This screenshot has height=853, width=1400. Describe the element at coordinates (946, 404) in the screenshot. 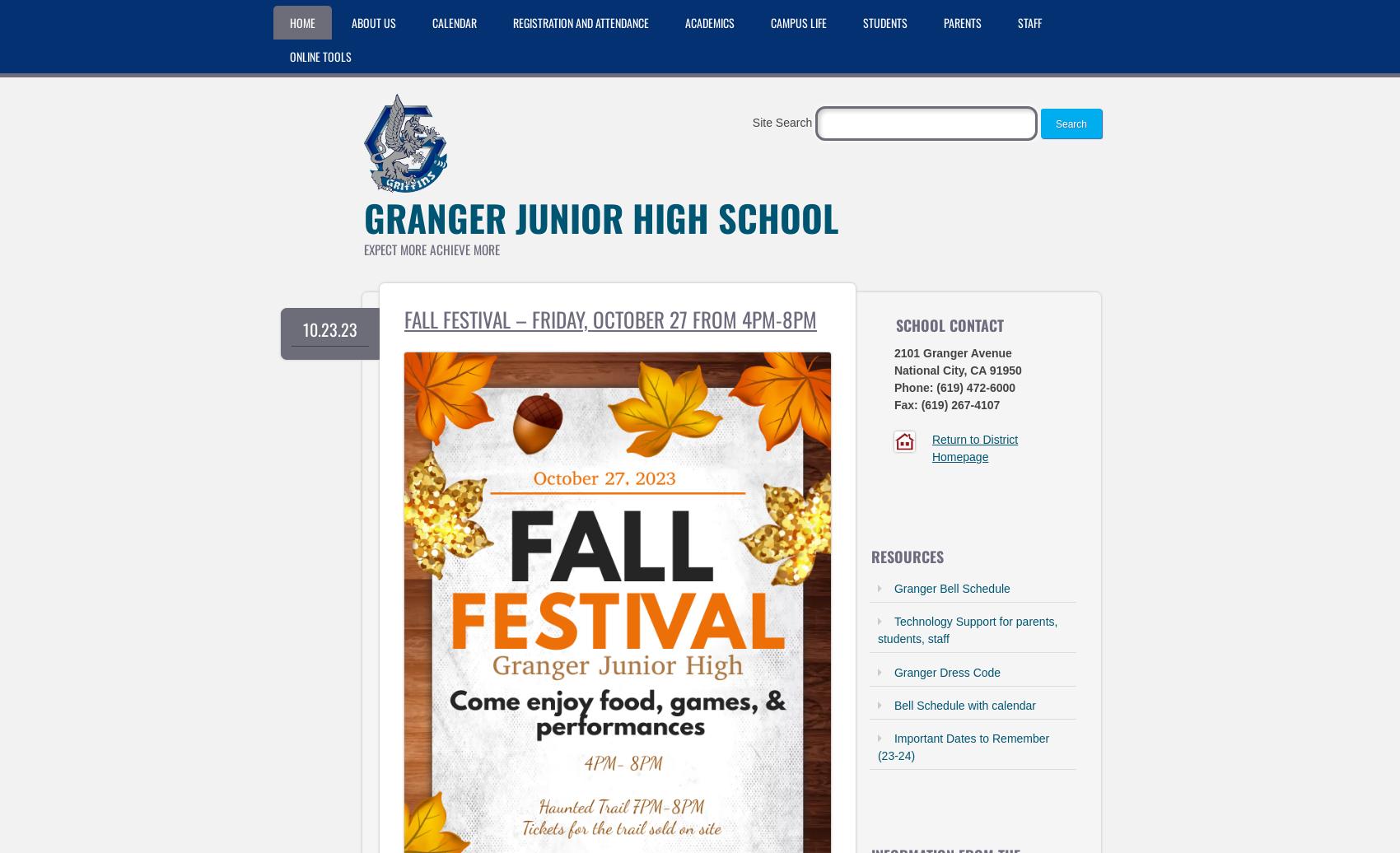

I see `'Fax: (619) 267-4107'` at that location.